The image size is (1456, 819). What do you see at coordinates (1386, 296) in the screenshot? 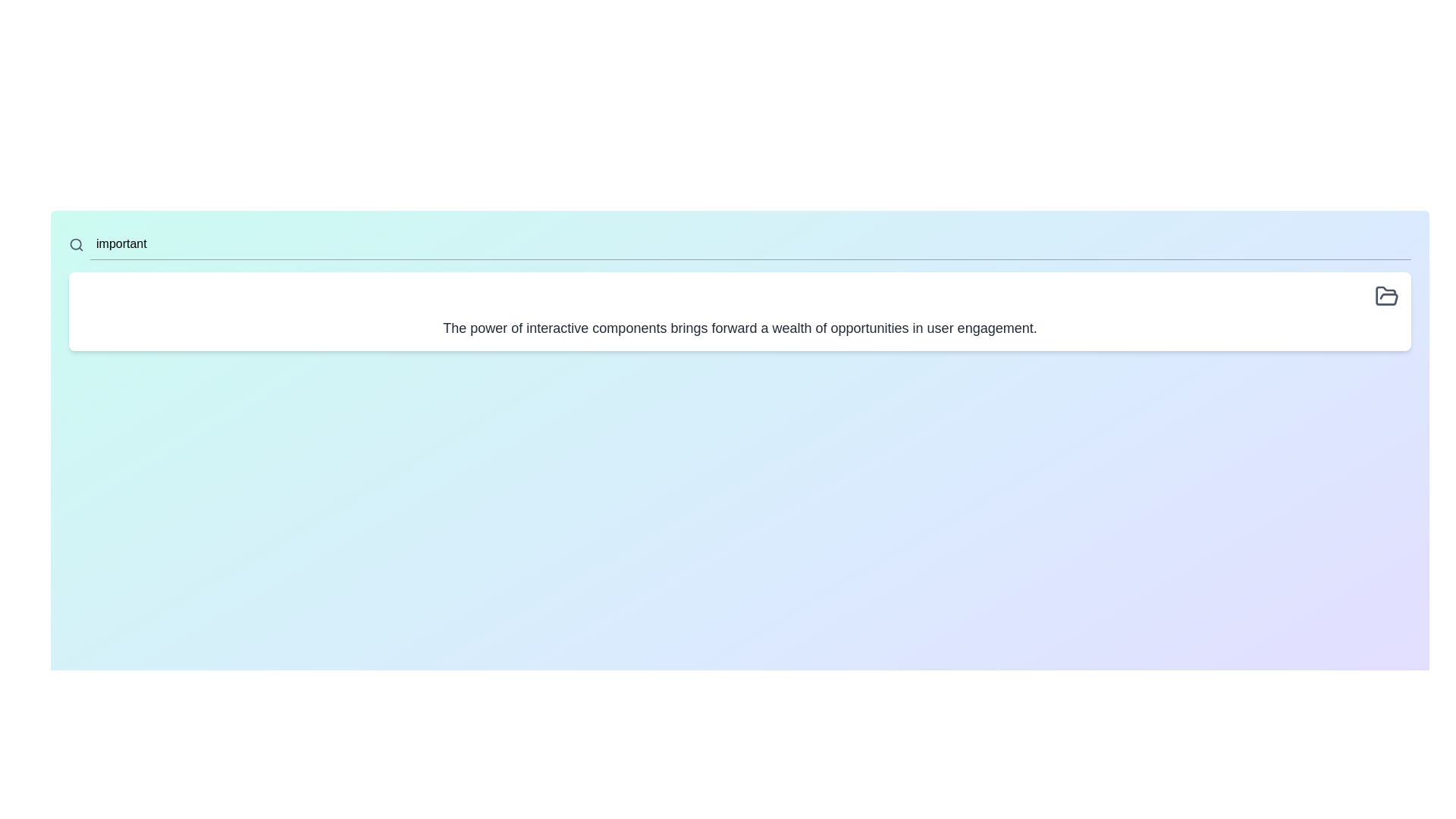
I see `the folder icon located at the upper-right corner of the white card with rounded borders and shadows` at bounding box center [1386, 296].